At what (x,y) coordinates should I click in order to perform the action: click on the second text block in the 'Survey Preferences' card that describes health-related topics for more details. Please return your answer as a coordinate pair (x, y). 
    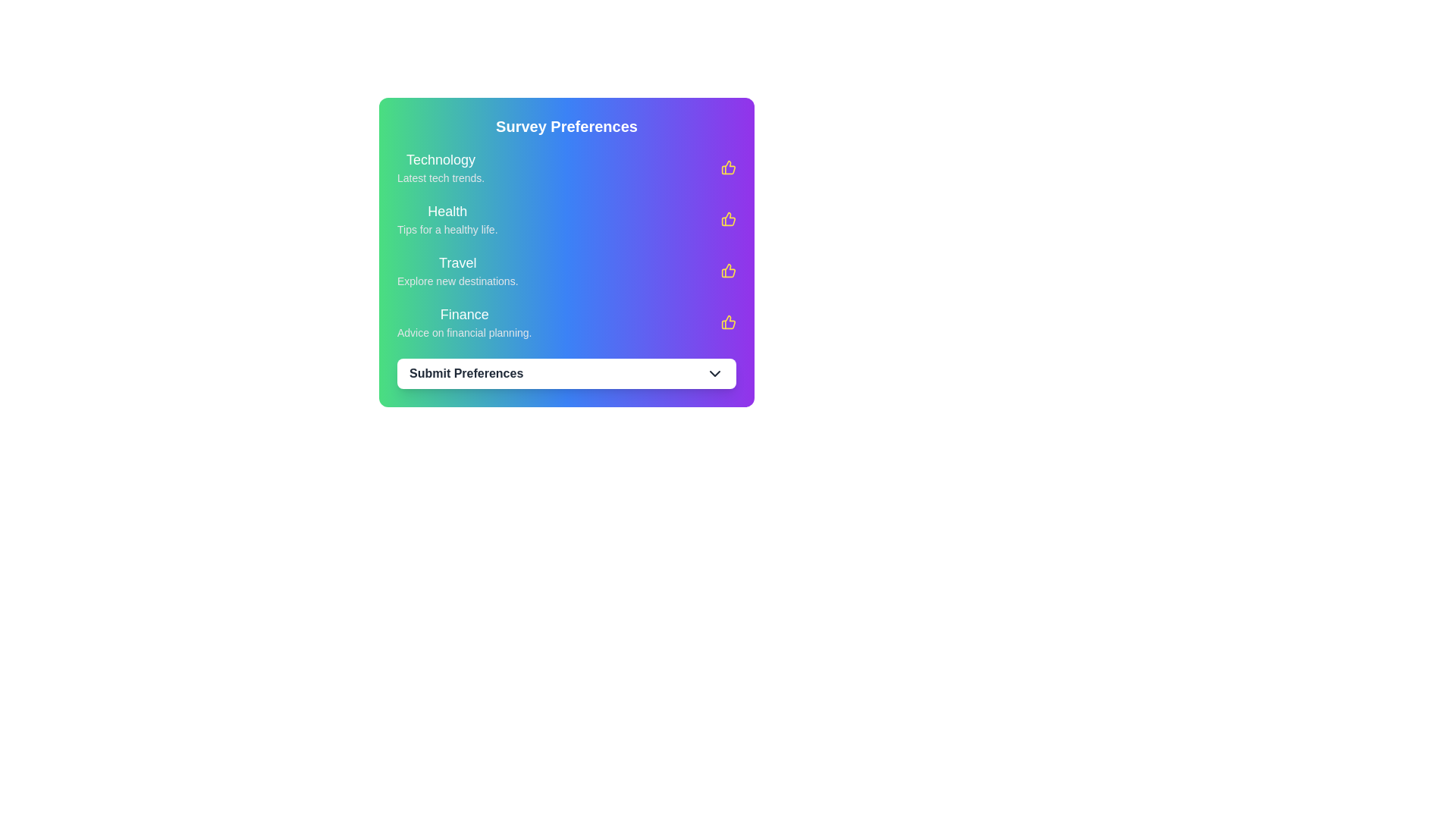
    Looking at the image, I should click on (447, 219).